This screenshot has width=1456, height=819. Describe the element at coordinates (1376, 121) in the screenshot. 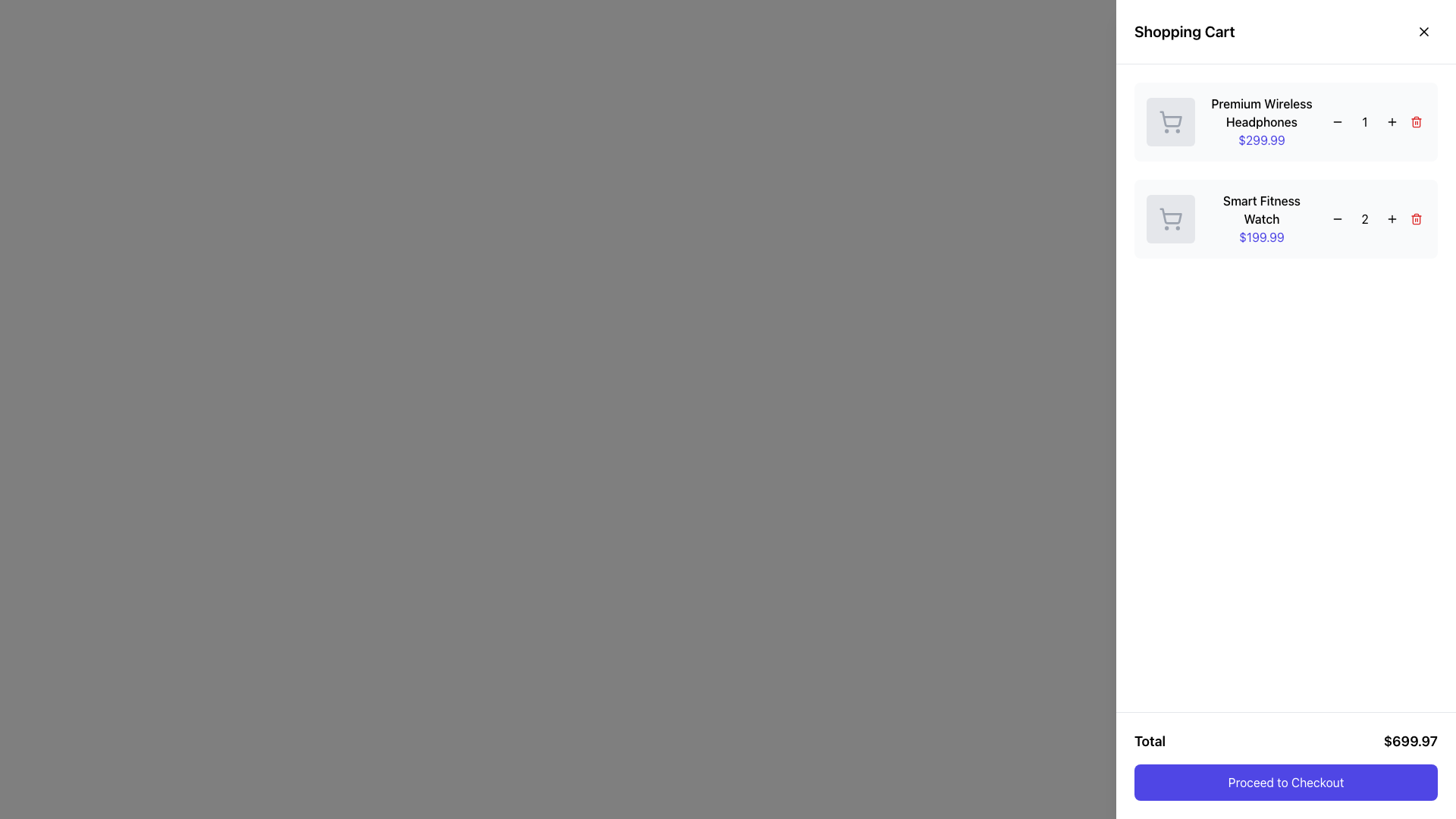

I see `the numeric counter displaying the value '1' for the item 'Premium Wireless Headphones' in the shopping cart to focus on it` at that location.